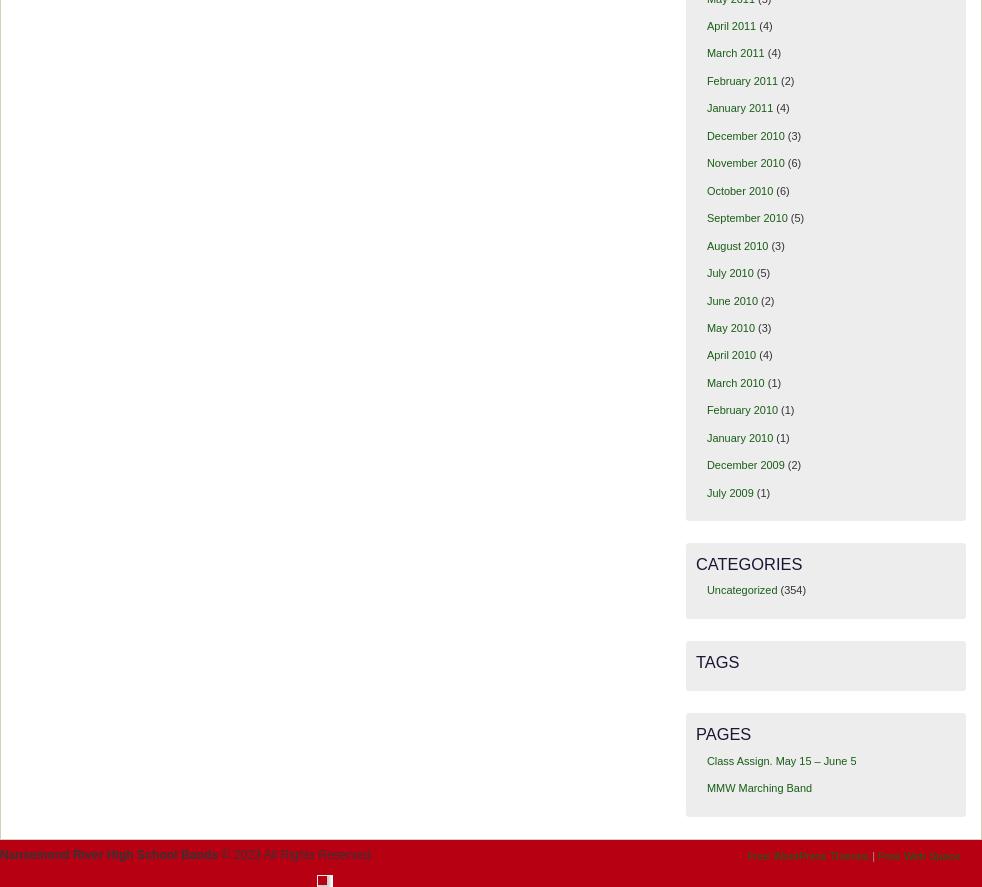 The width and height of the screenshot is (982, 887). What do you see at coordinates (918, 855) in the screenshot?
I see `'Free Web Space'` at bounding box center [918, 855].